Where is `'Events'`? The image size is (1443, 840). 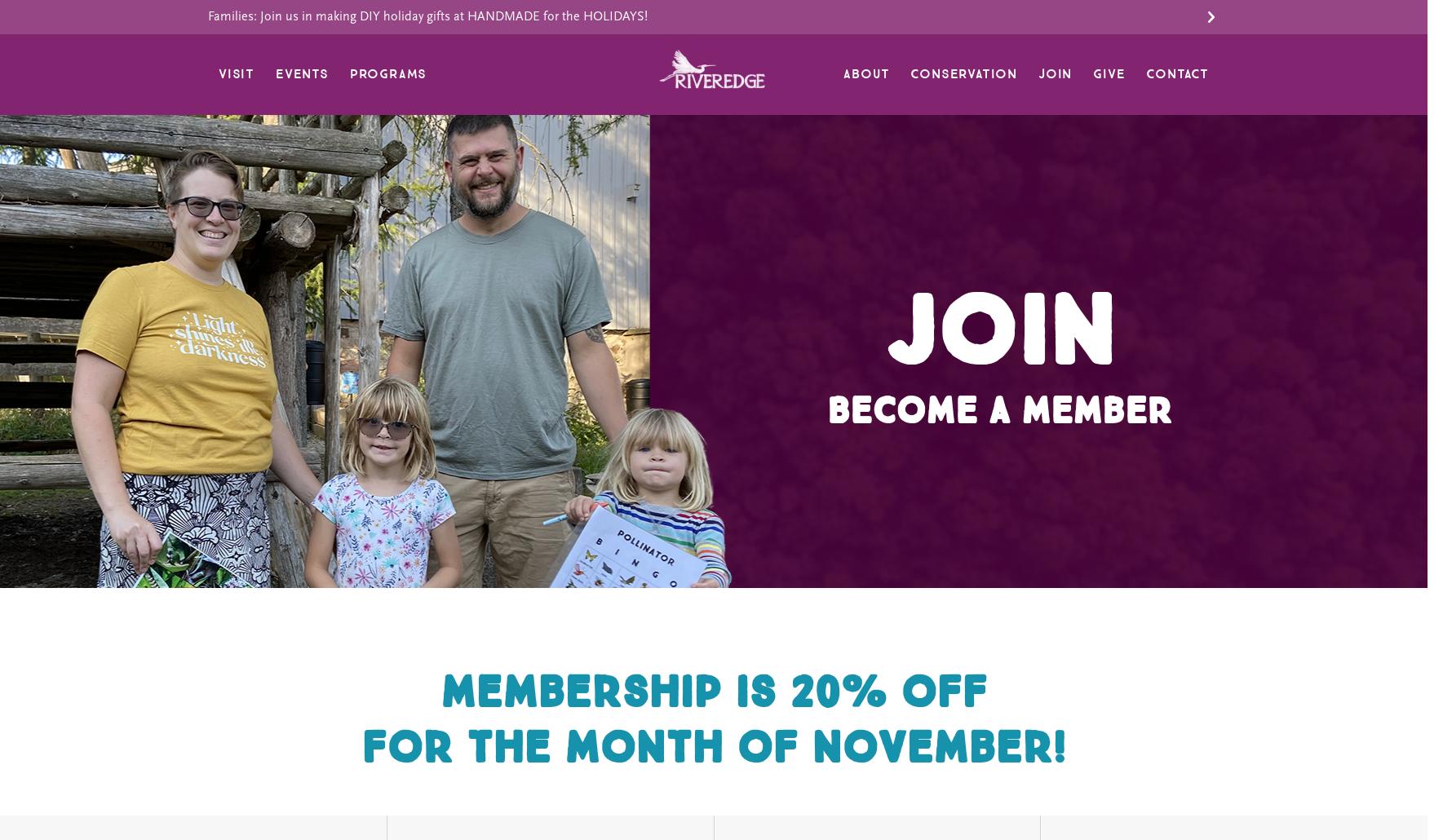 'Events' is located at coordinates (301, 73).